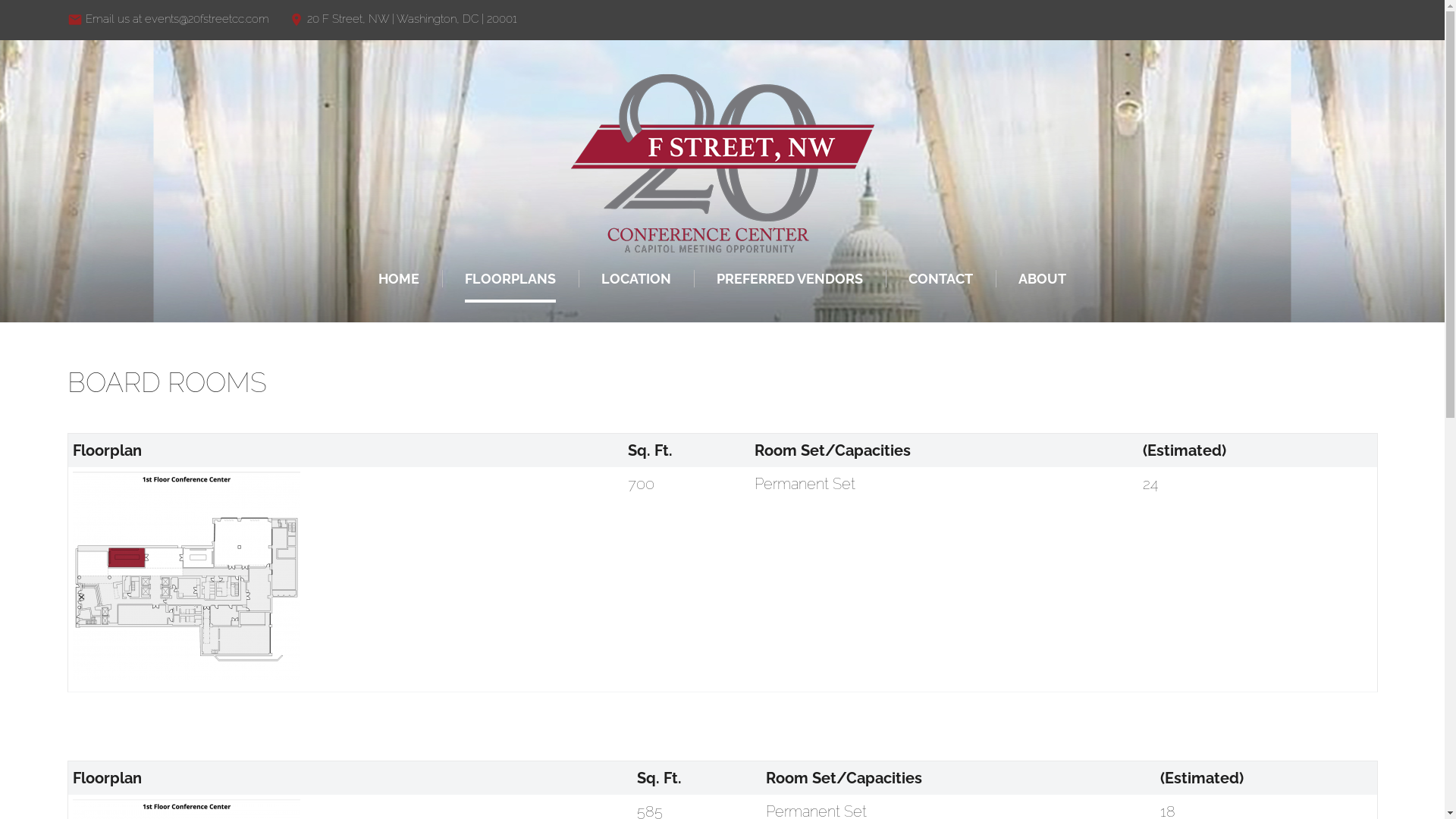 Image resolution: width=1456 pixels, height=819 pixels. I want to click on 'LOCATION', so click(636, 278).